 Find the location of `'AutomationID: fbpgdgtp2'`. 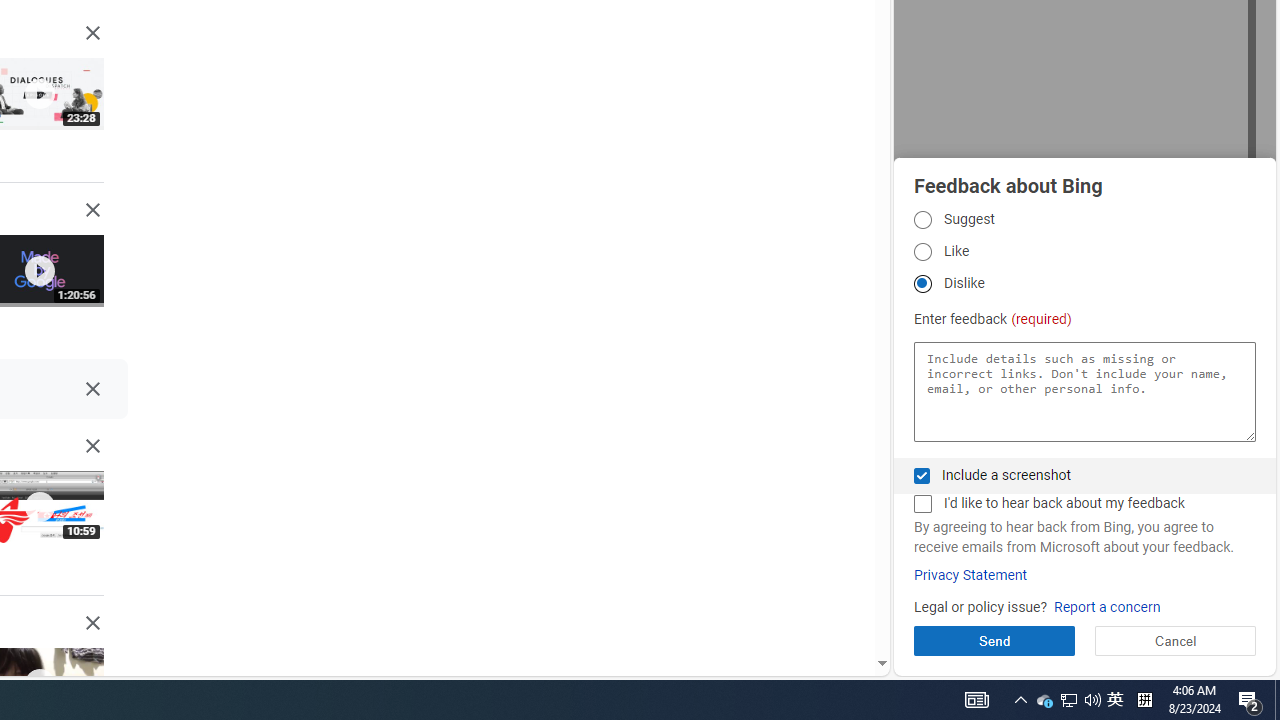

'AutomationID: fbpgdgtp2' is located at coordinates (921, 250).